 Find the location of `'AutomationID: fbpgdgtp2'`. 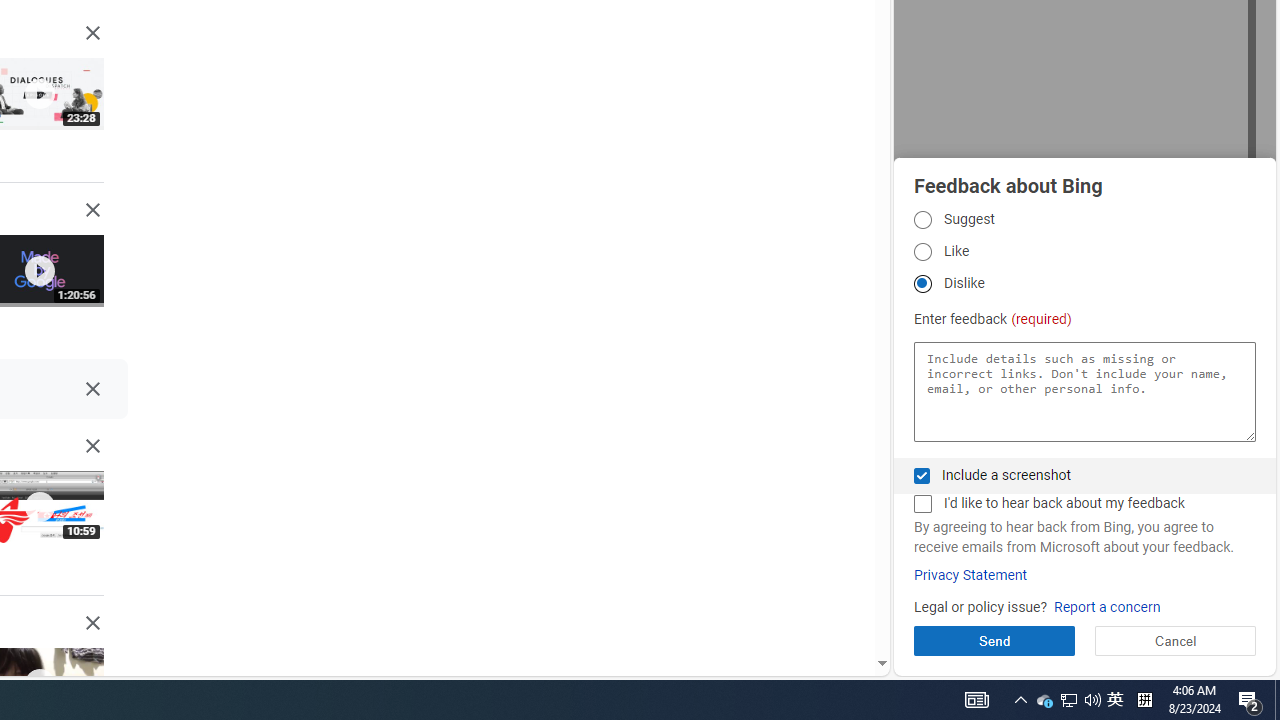

'AutomationID: fbpgdgtp2' is located at coordinates (921, 250).